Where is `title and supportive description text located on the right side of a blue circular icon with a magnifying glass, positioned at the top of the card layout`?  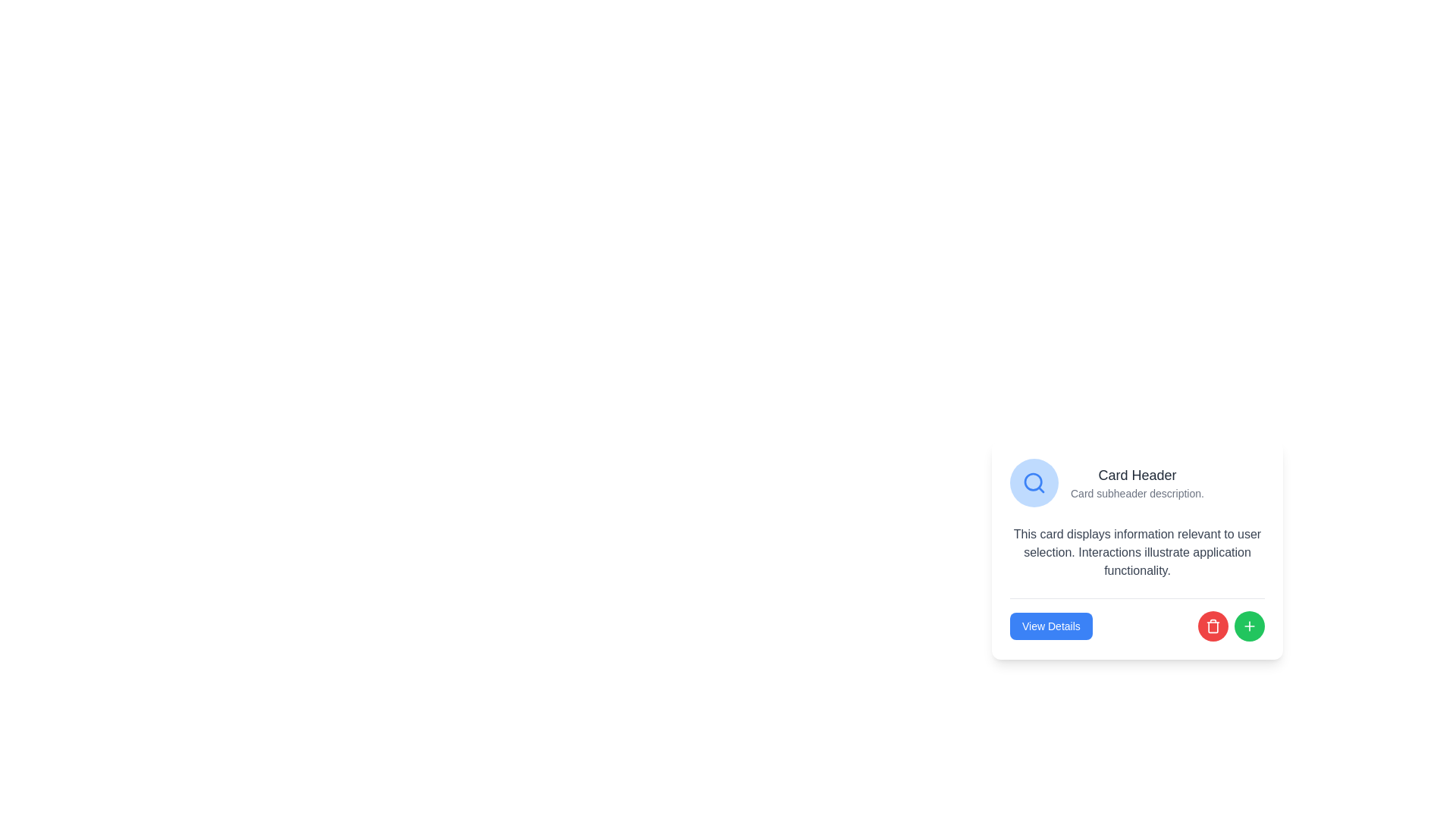
title and supportive description text located on the right side of a blue circular icon with a magnifying glass, positioned at the top of the card layout is located at coordinates (1137, 482).